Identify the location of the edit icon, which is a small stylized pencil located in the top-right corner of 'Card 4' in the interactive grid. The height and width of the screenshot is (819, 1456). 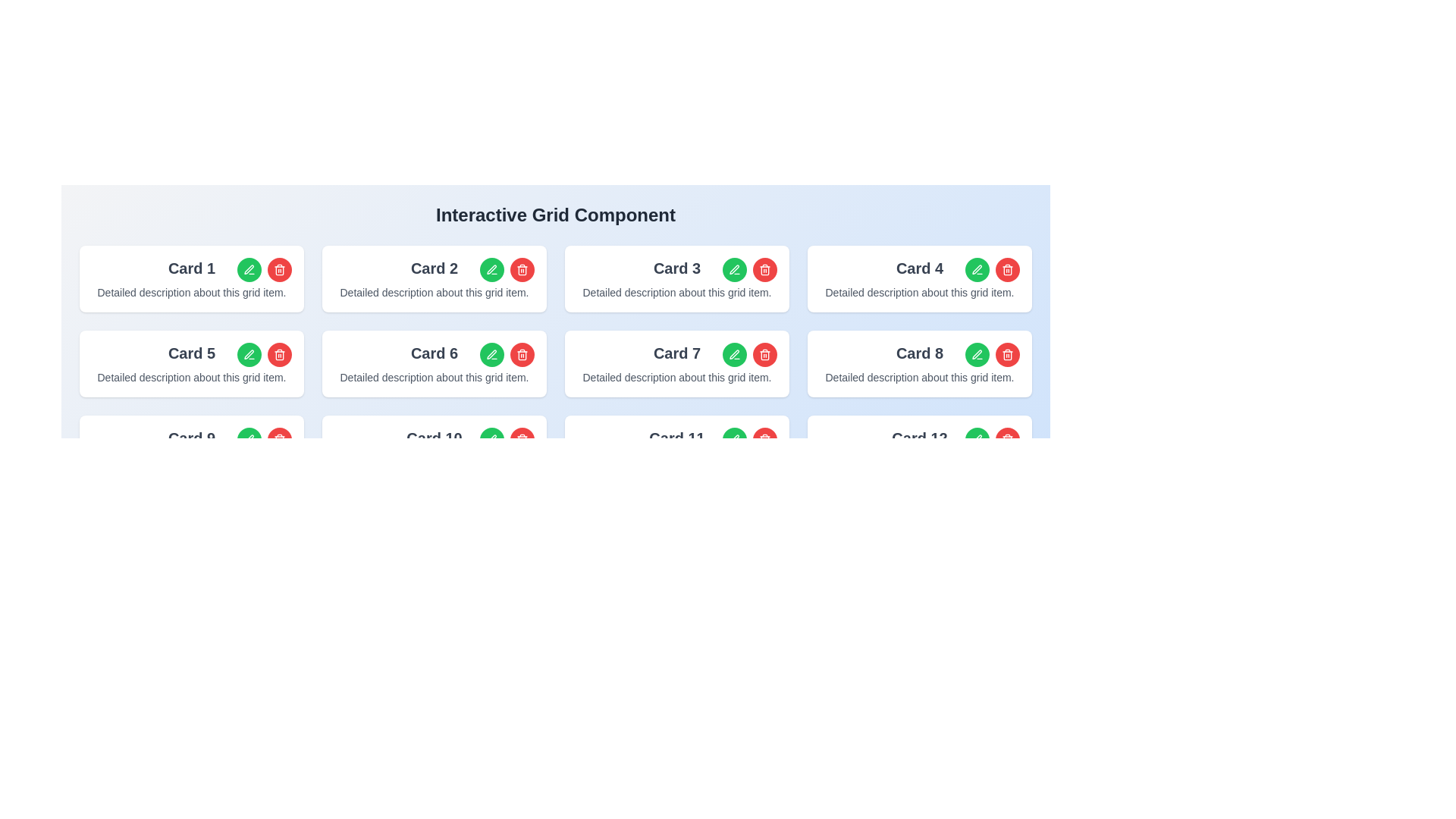
(977, 268).